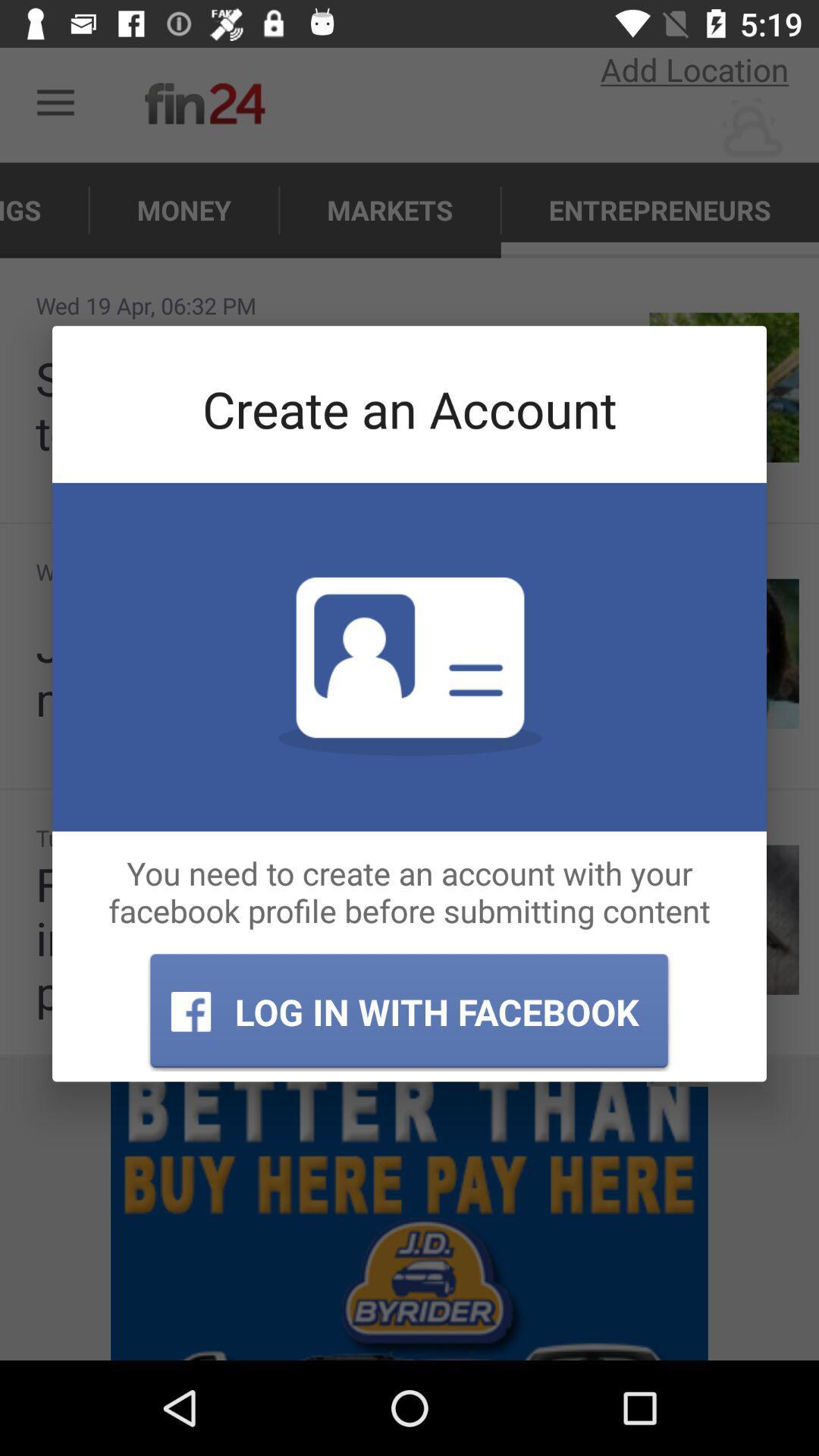 Image resolution: width=819 pixels, height=1456 pixels. Describe the element at coordinates (408, 1012) in the screenshot. I see `icon below the you need to icon` at that location.